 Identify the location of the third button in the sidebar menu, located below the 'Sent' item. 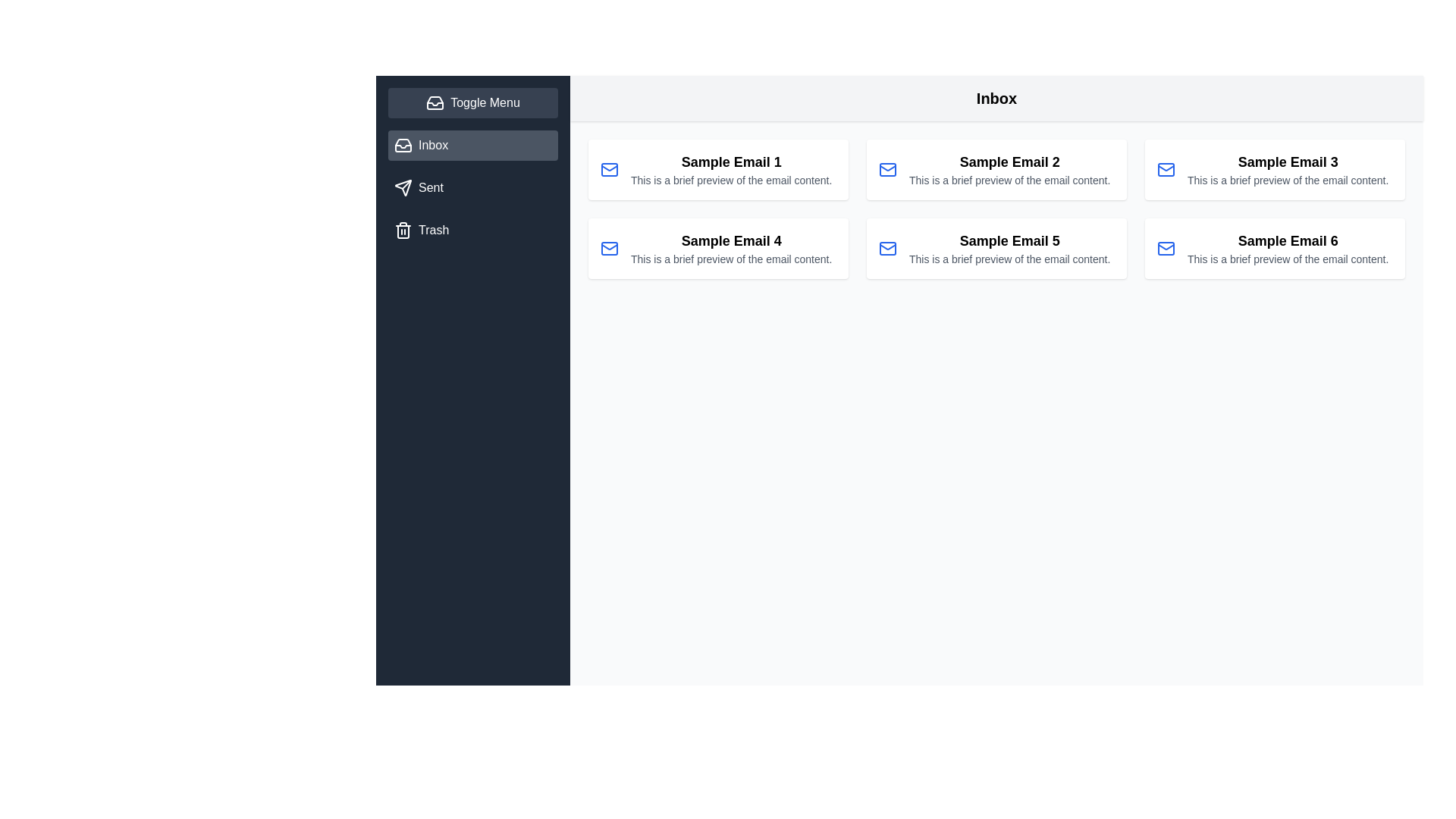
(472, 231).